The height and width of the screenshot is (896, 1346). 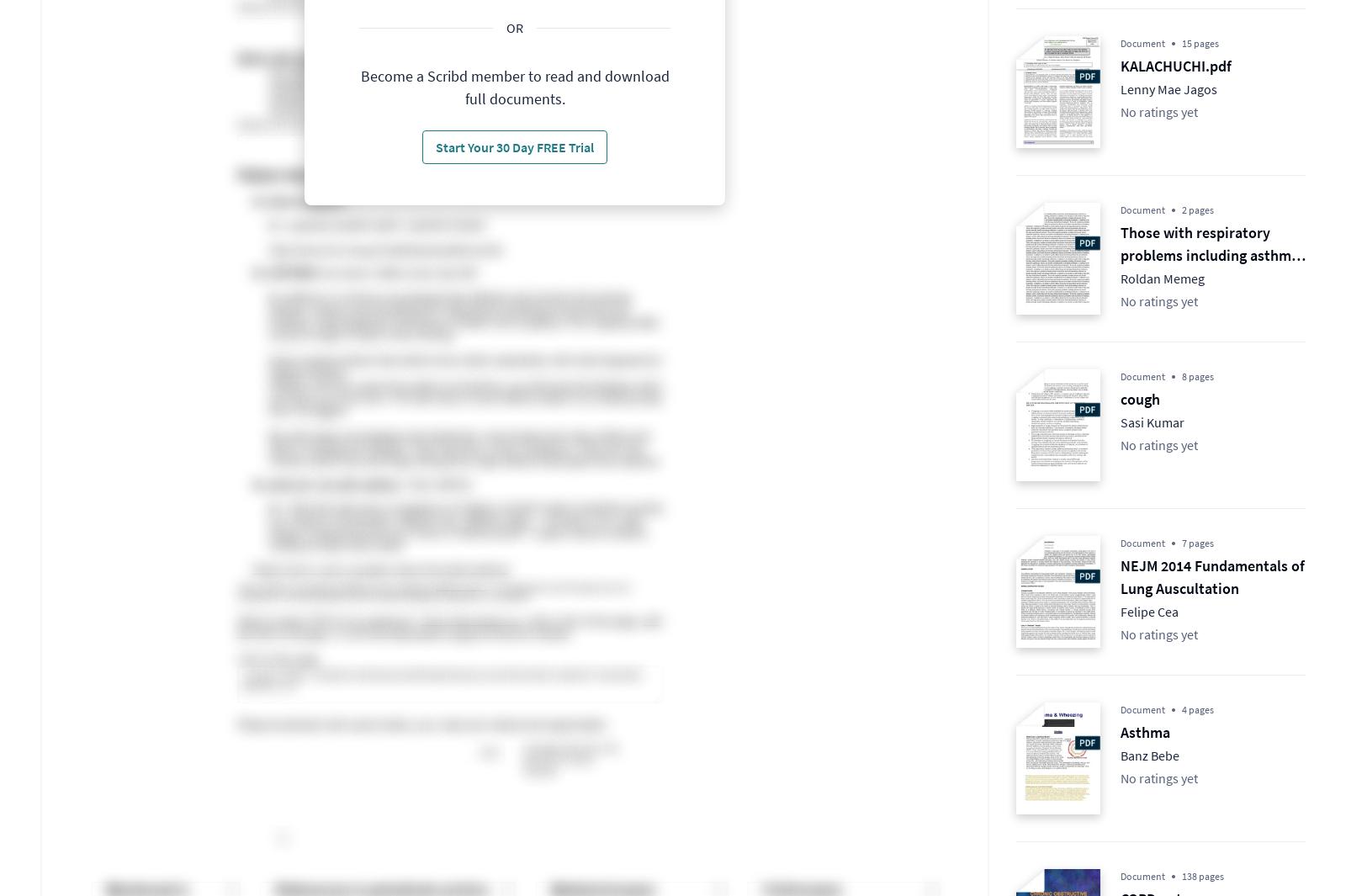 I want to click on 'cough', so click(x=1120, y=398).